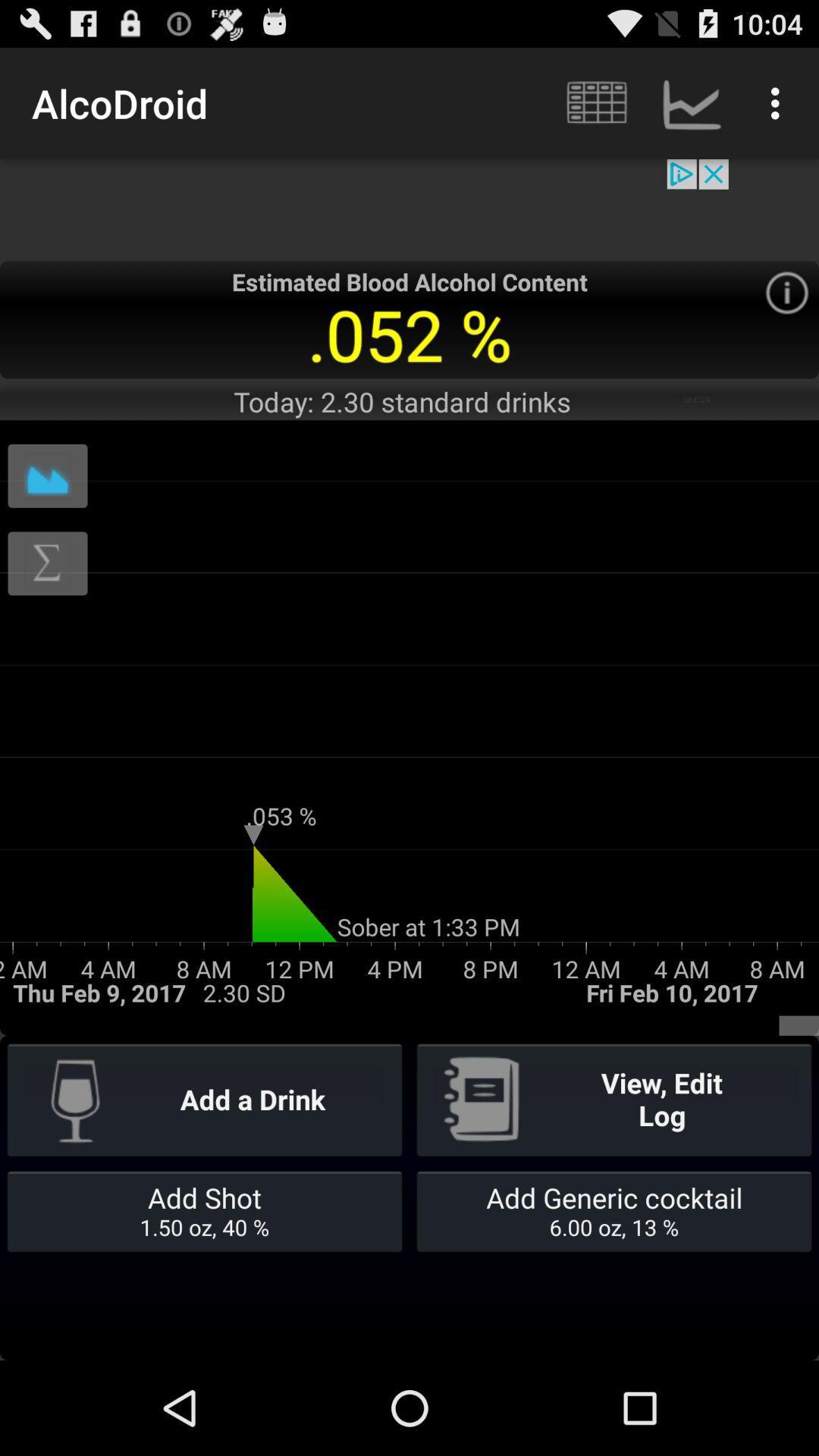  What do you see at coordinates (691, 103) in the screenshot?
I see `the button left to menu button` at bounding box center [691, 103].